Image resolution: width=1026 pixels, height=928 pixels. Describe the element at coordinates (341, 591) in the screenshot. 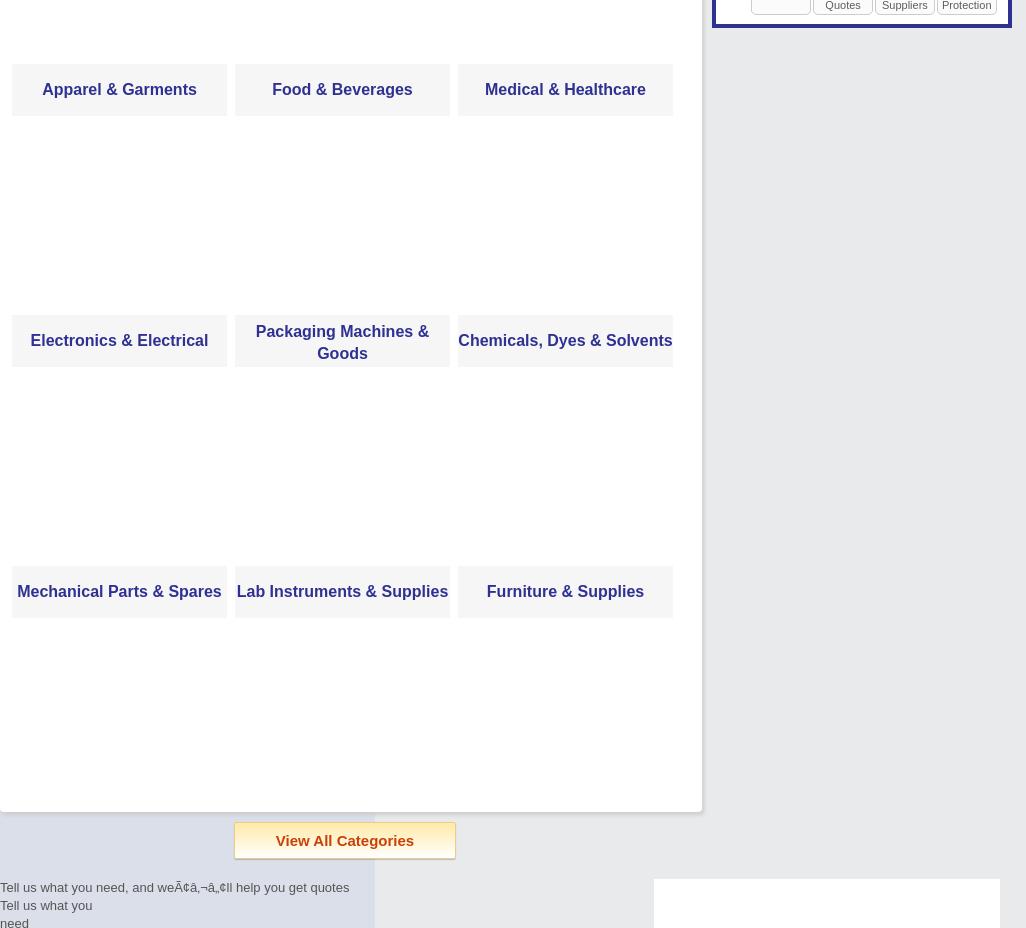

I see `'Lab Instruments & Supplies'` at that location.